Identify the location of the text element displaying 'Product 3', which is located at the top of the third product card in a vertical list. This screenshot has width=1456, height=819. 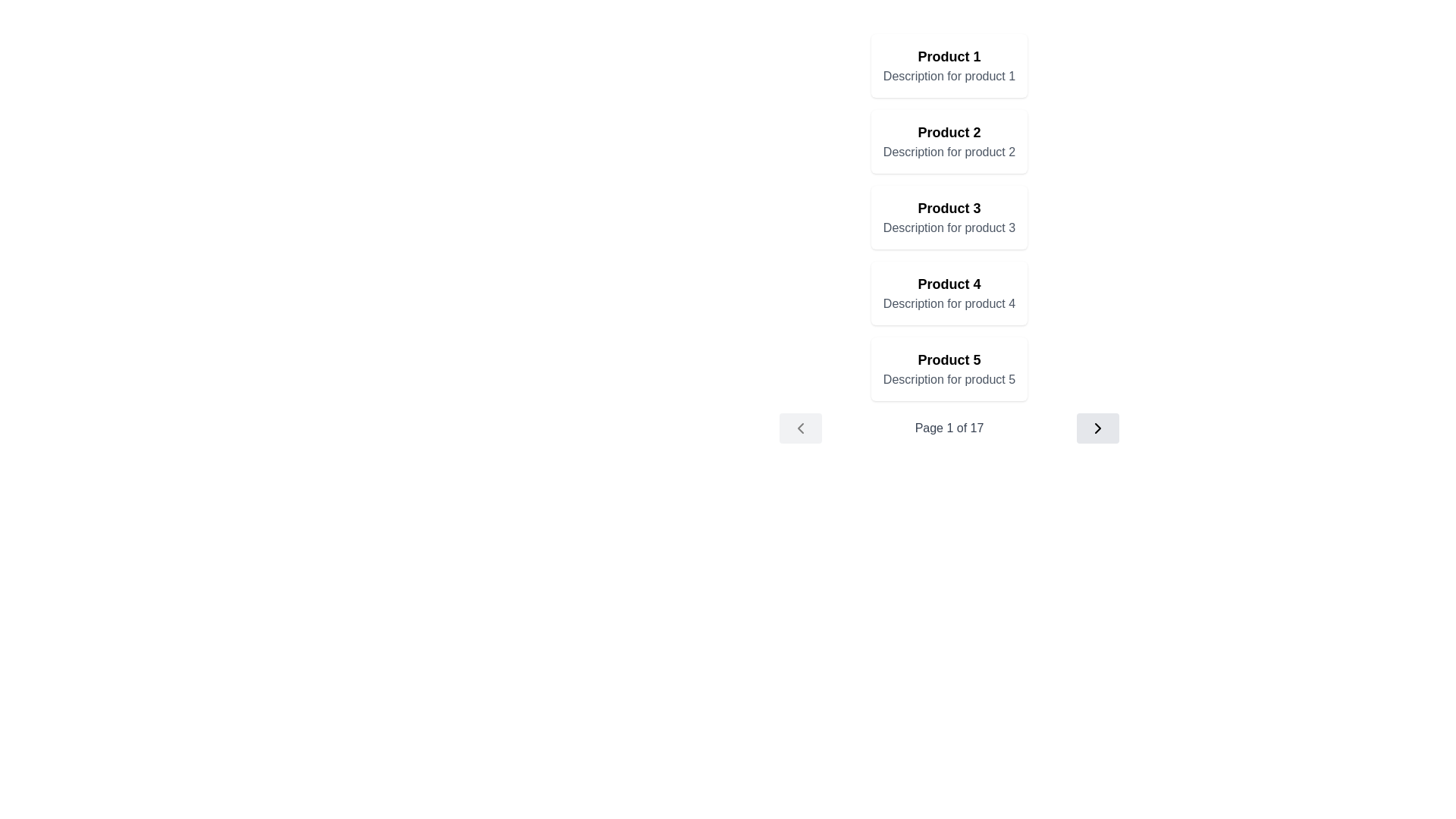
(949, 208).